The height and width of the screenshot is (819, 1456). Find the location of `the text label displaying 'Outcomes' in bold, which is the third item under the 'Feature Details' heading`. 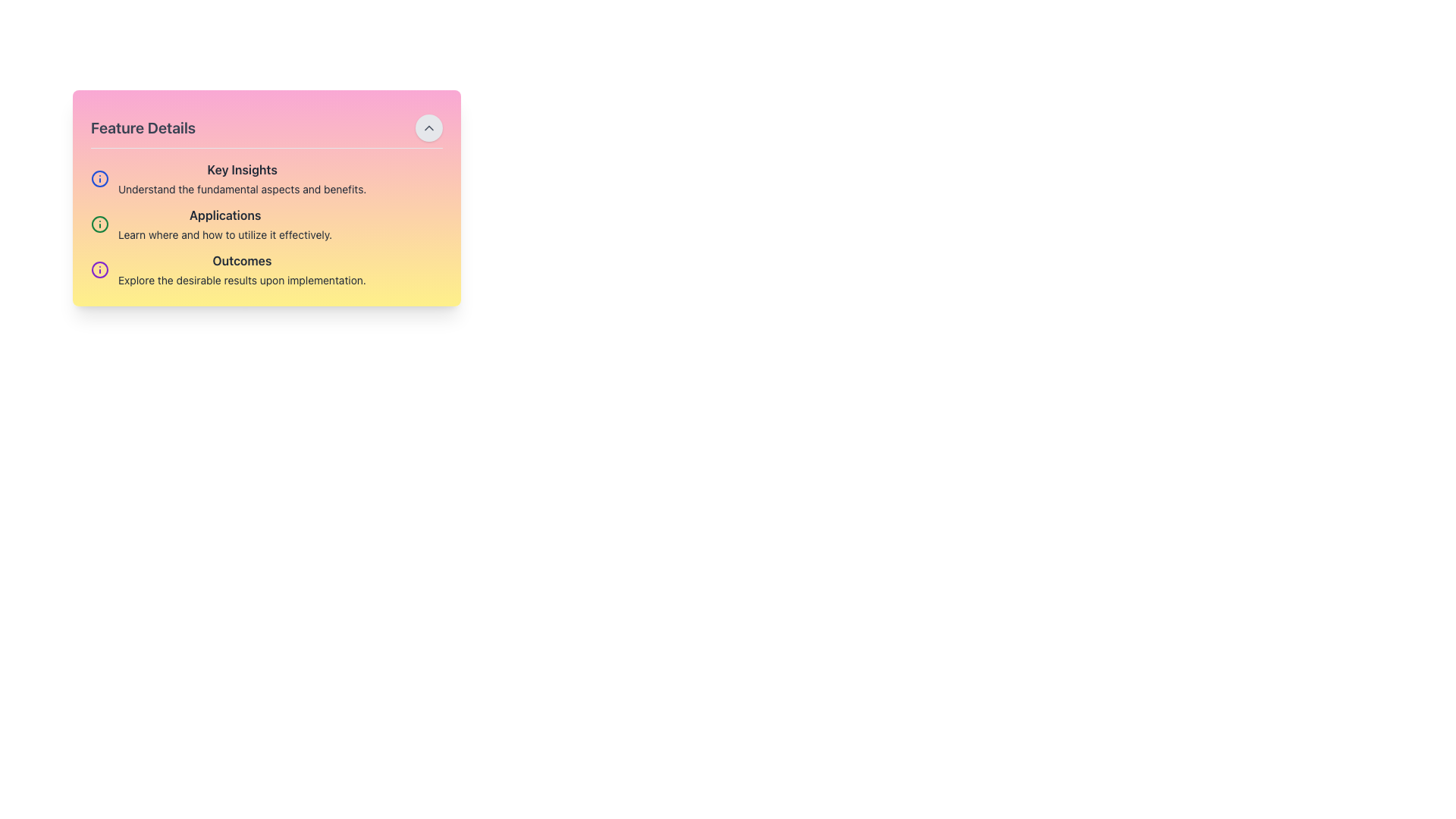

the text label displaying 'Outcomes' in bold, which is the third item under the 'Feature Details' heading is located at coordinates (241, 259).